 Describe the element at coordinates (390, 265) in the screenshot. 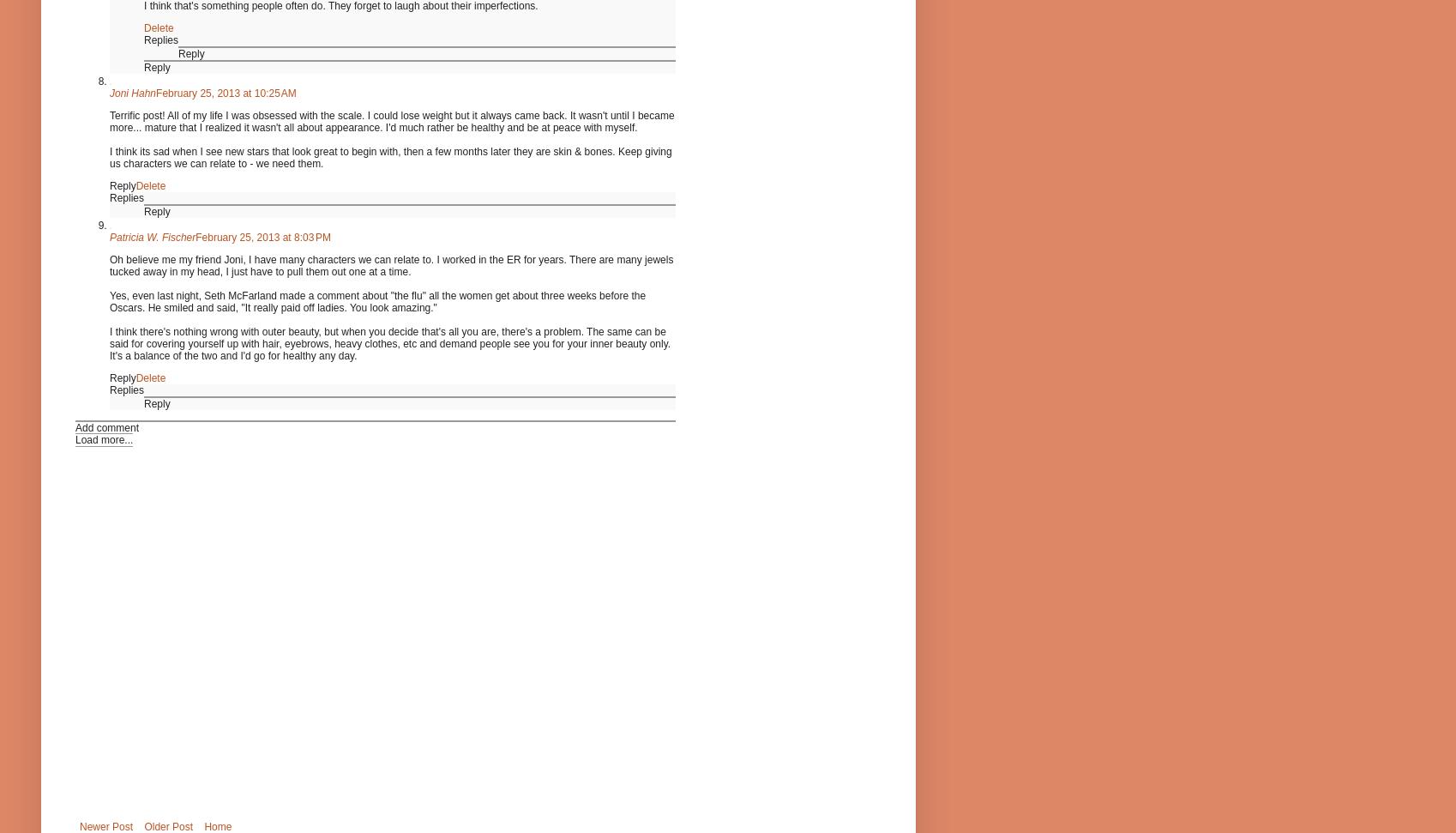

I see `'Oh believe me my friend Joni, I have many characters we can relate to. I worked in the ER for years. There are many jewels tucked away in my head, I just have to pull them out one at a time.'` at that location.